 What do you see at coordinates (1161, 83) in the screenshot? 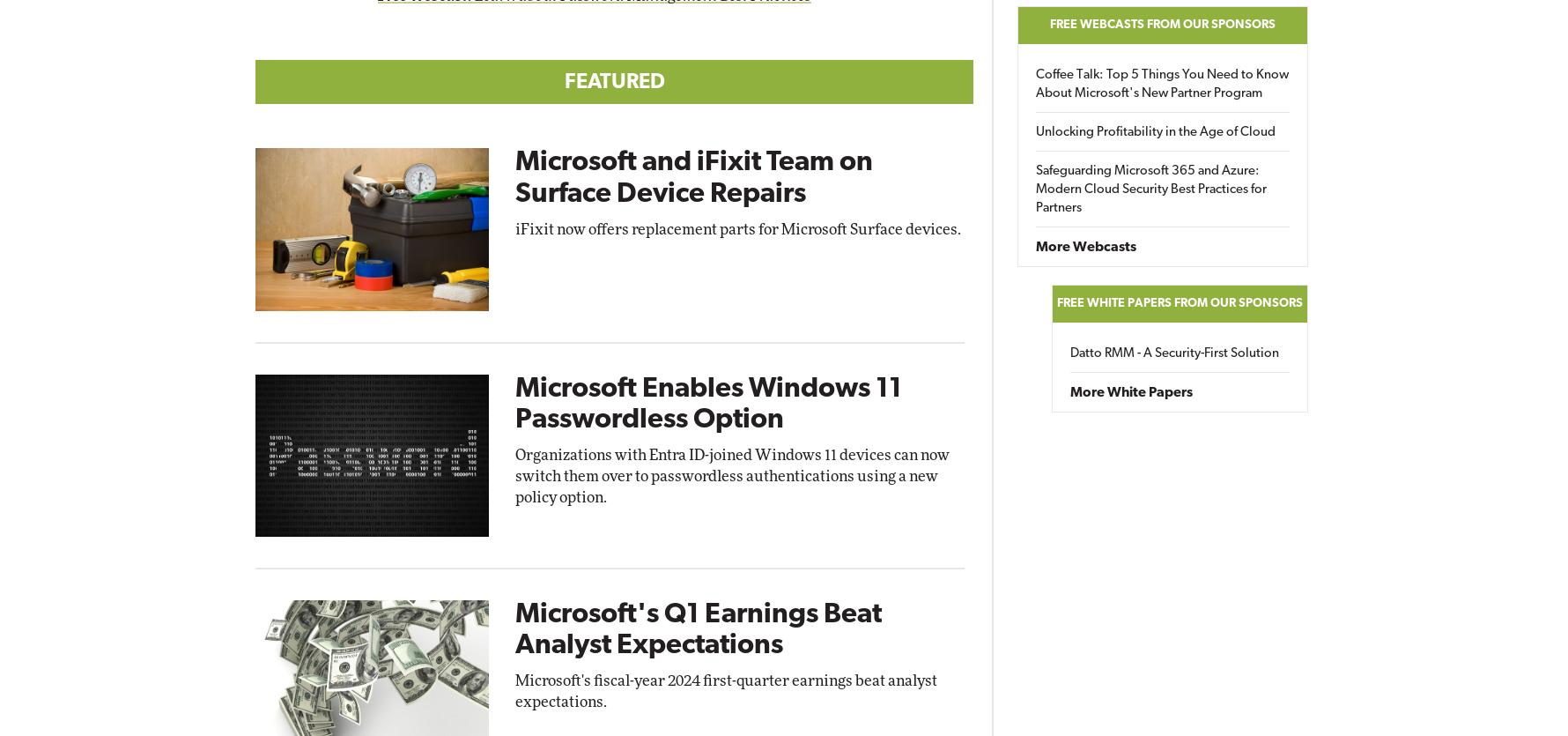
I see `'Coffee Talk: Top 5 Things You Need to Know About Microsoft's New Partner Program'` at bounding box center [1161, 83].